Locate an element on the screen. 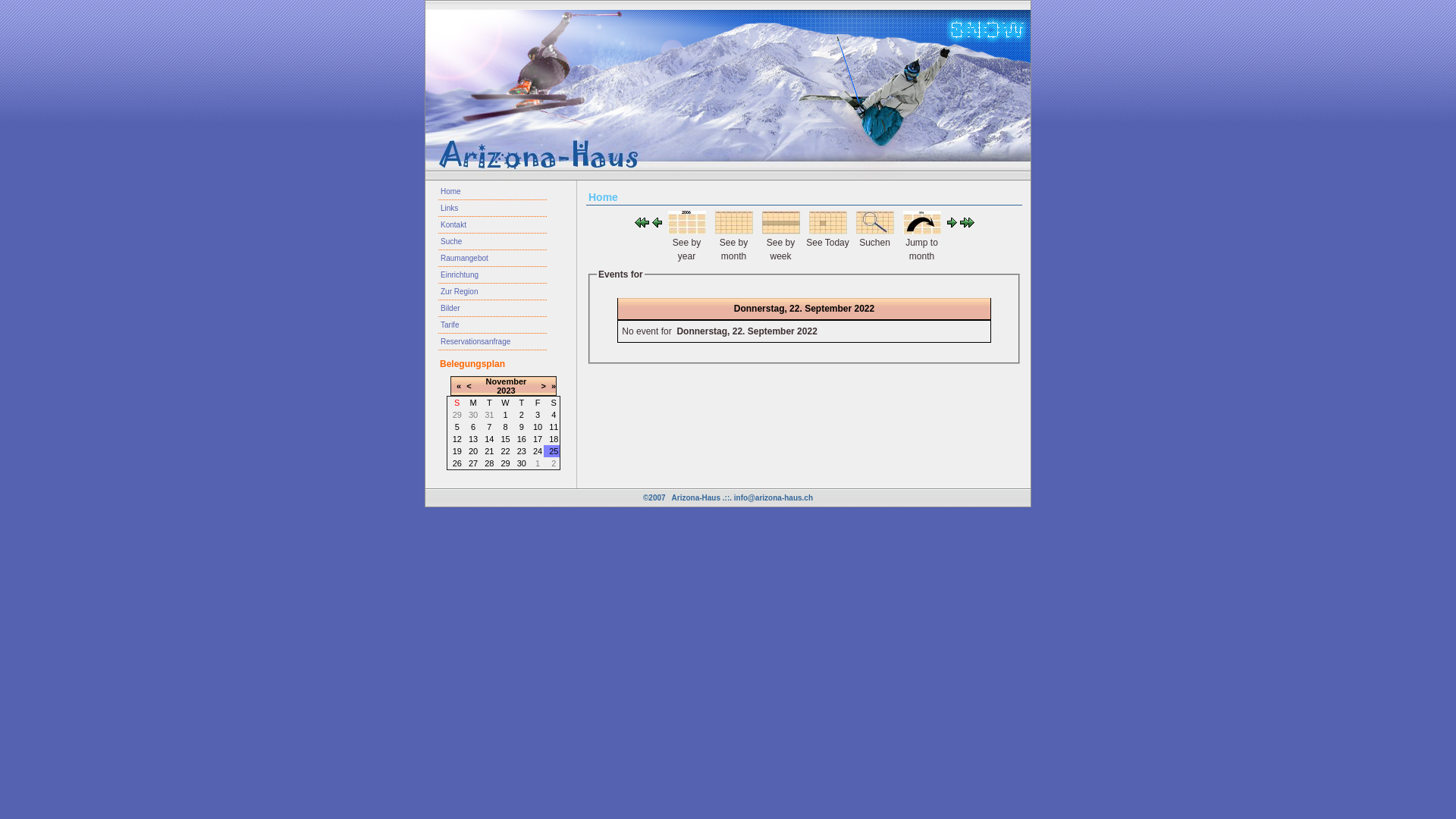 The height and width of the screenshot is (819, 1456). '3' is located at coordinates (538, 415).